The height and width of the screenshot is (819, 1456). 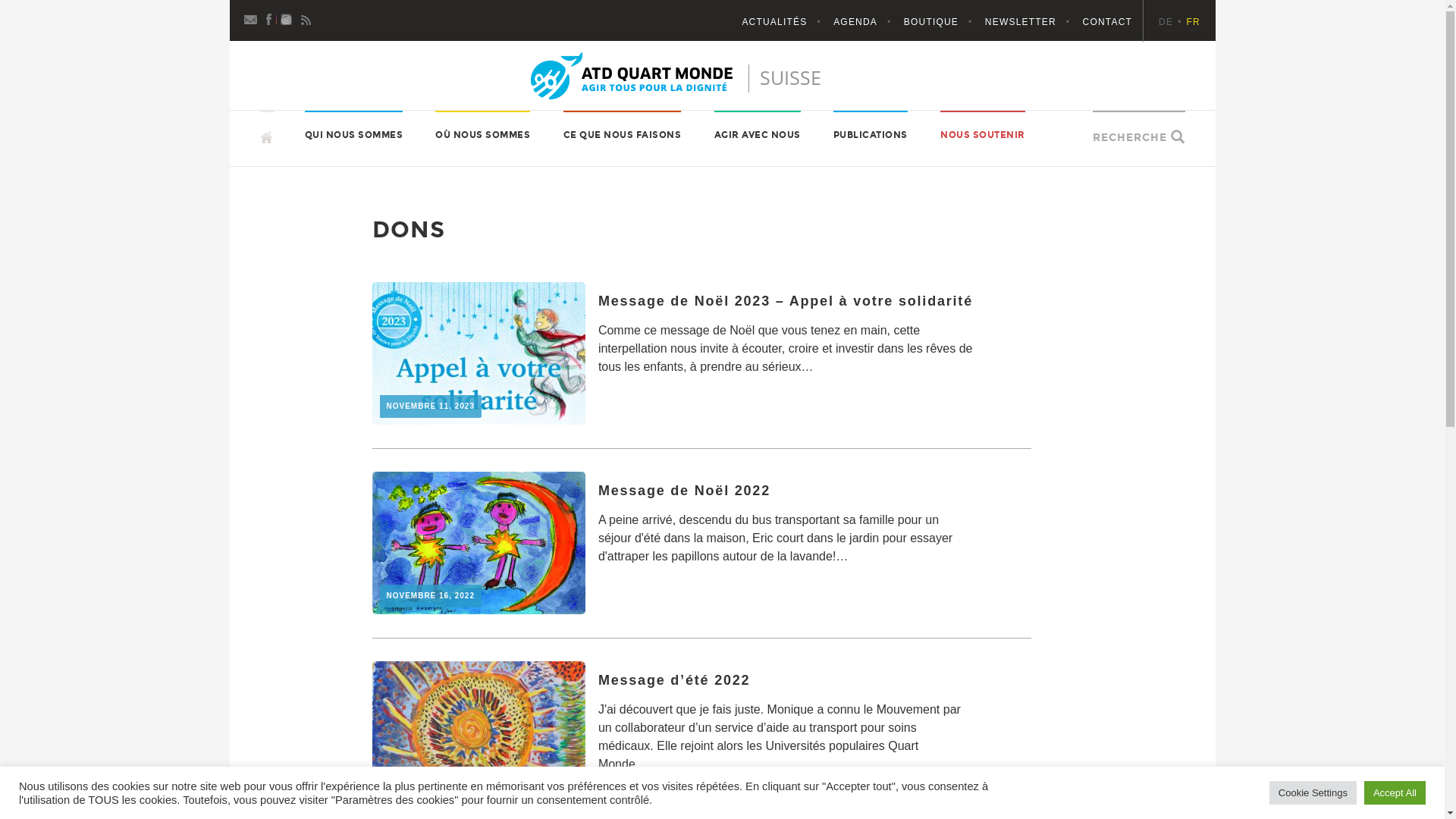 What do you see at coordinates (985, 22) in the screenshot?
I see `'NEWSLETTER'` at bounding box center [985, 22].